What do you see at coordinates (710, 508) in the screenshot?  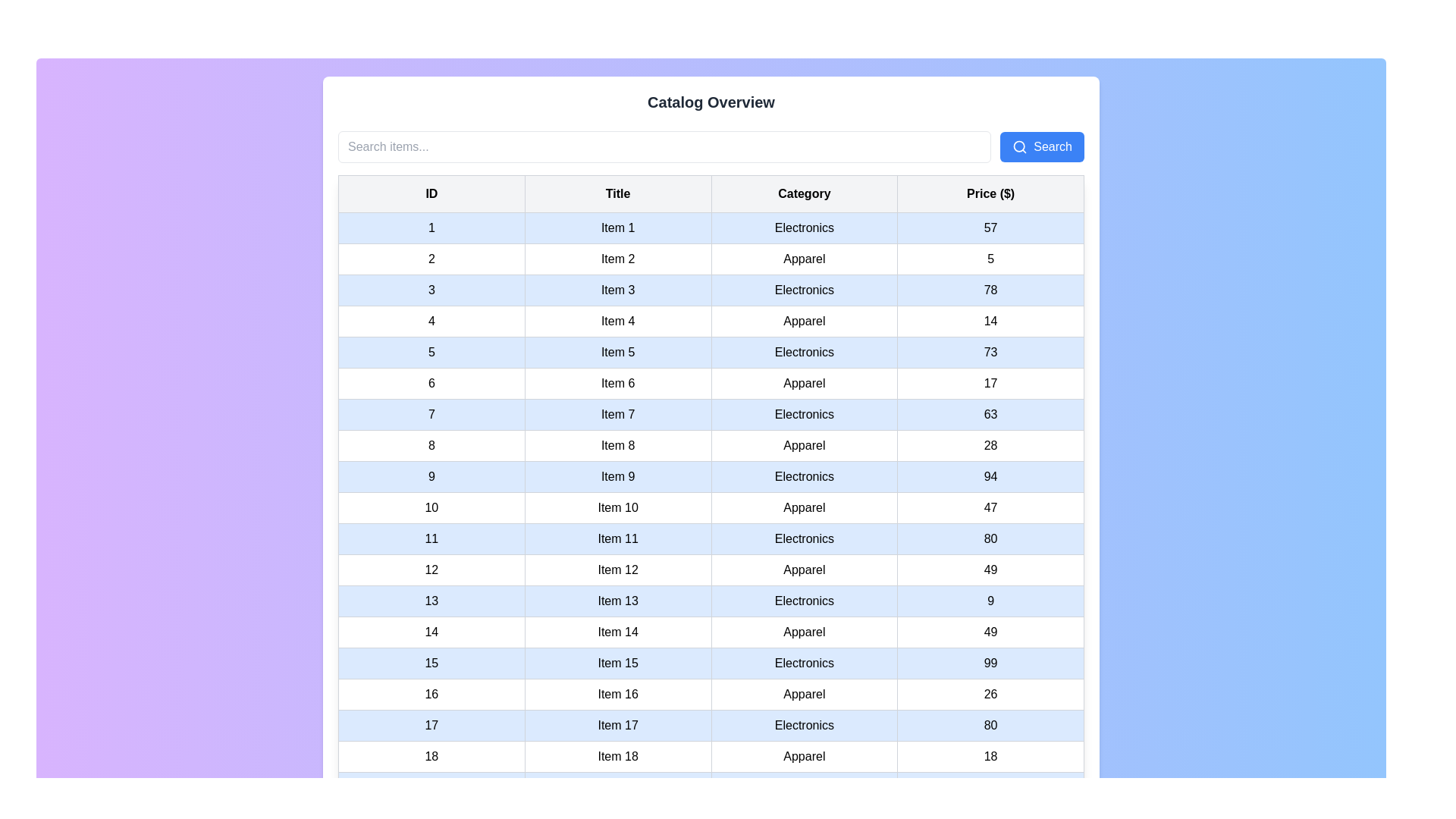 I see `the tabular row displaying detailed information for 'Item 10'` at bounding box center [710, 508].